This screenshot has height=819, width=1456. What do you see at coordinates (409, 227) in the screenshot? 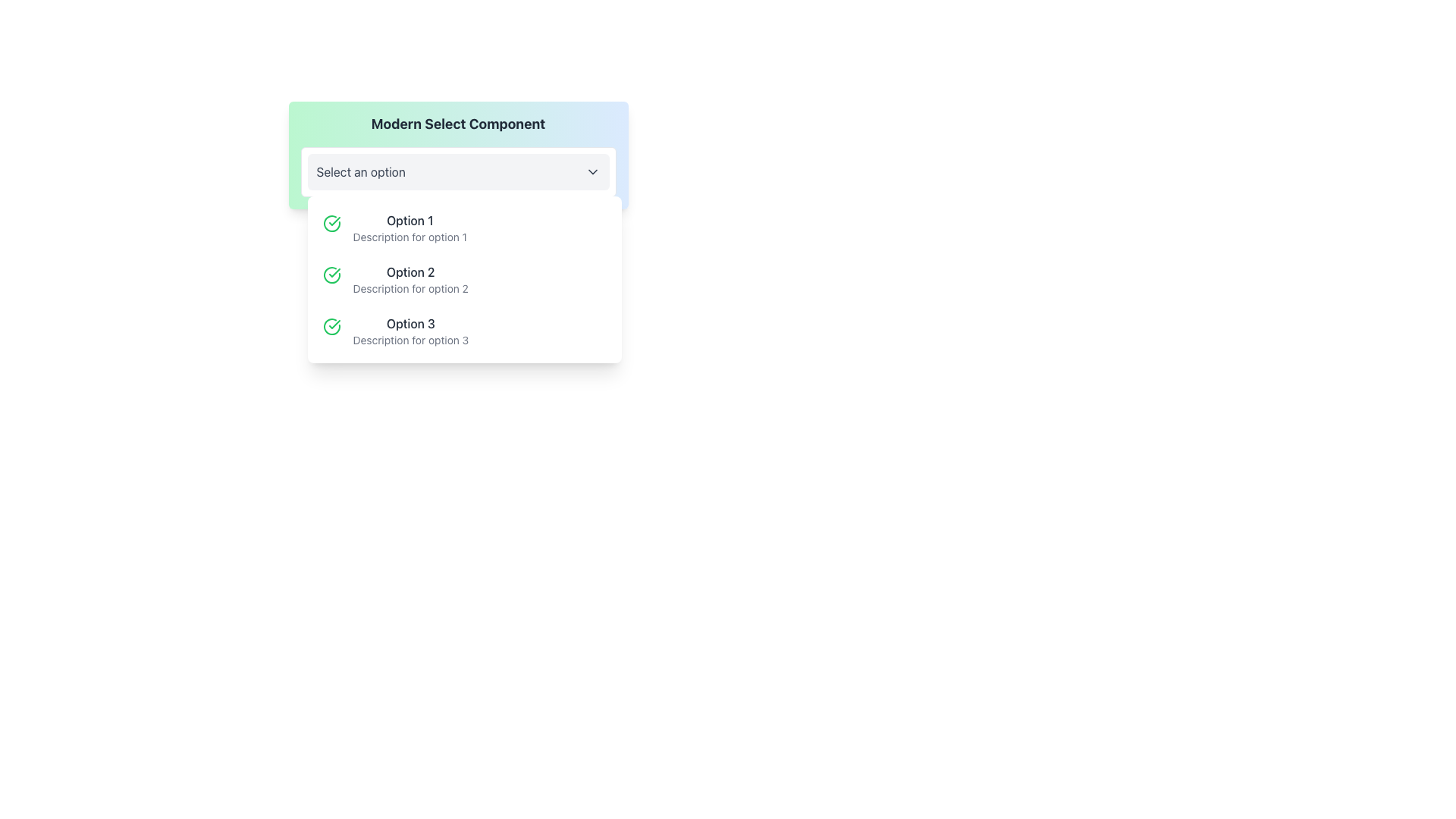
I see `to select the dropdown option labeled 'Option 1', which is the first item in the dropdown list` at bounding box center [409, 227].